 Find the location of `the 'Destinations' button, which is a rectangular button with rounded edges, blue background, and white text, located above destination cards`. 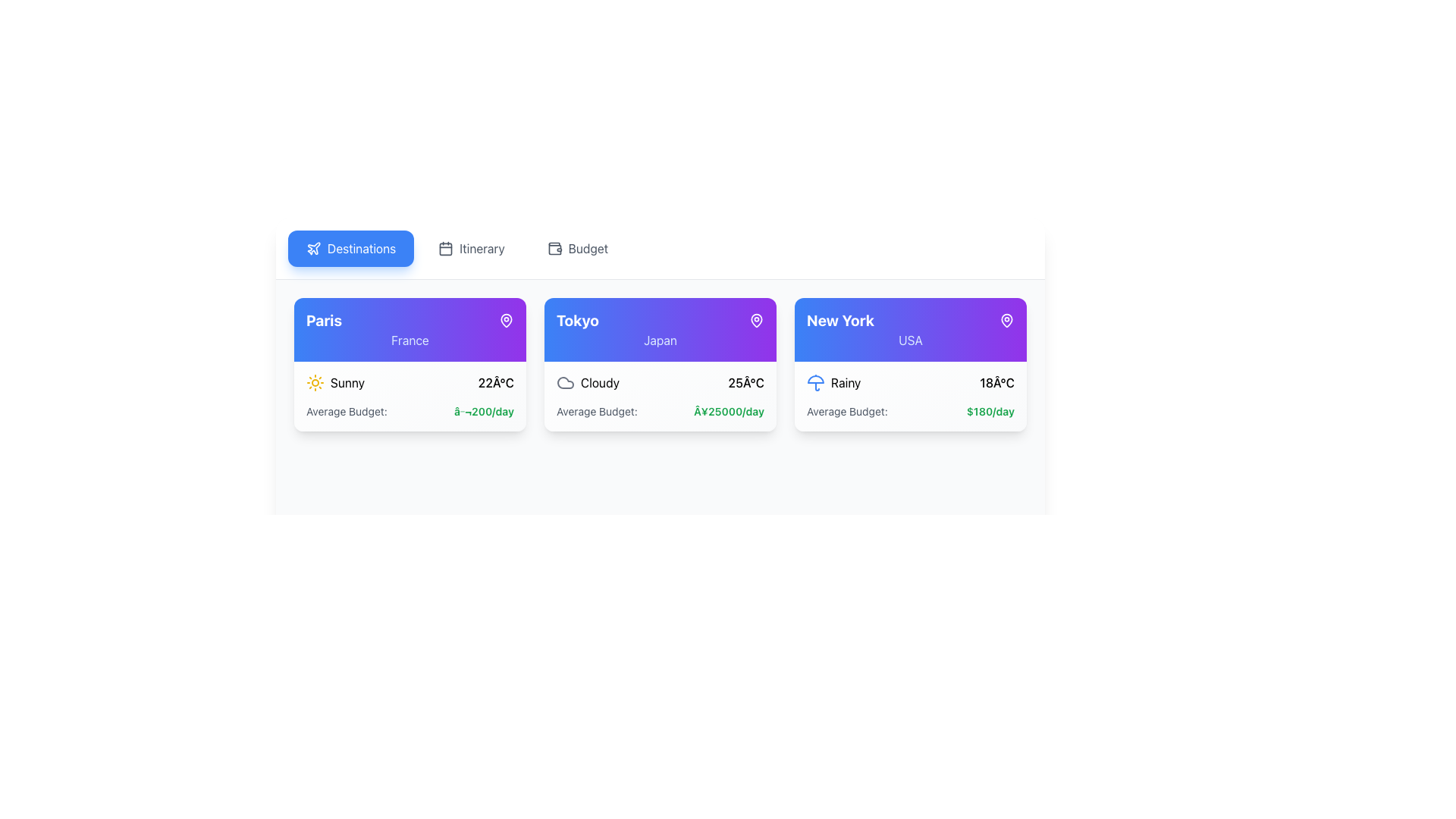

the 'Destinations' button, which is a rectangular button with rounded edges, blue background, and white text, located above destination cards is located at coordinates (350, 247).